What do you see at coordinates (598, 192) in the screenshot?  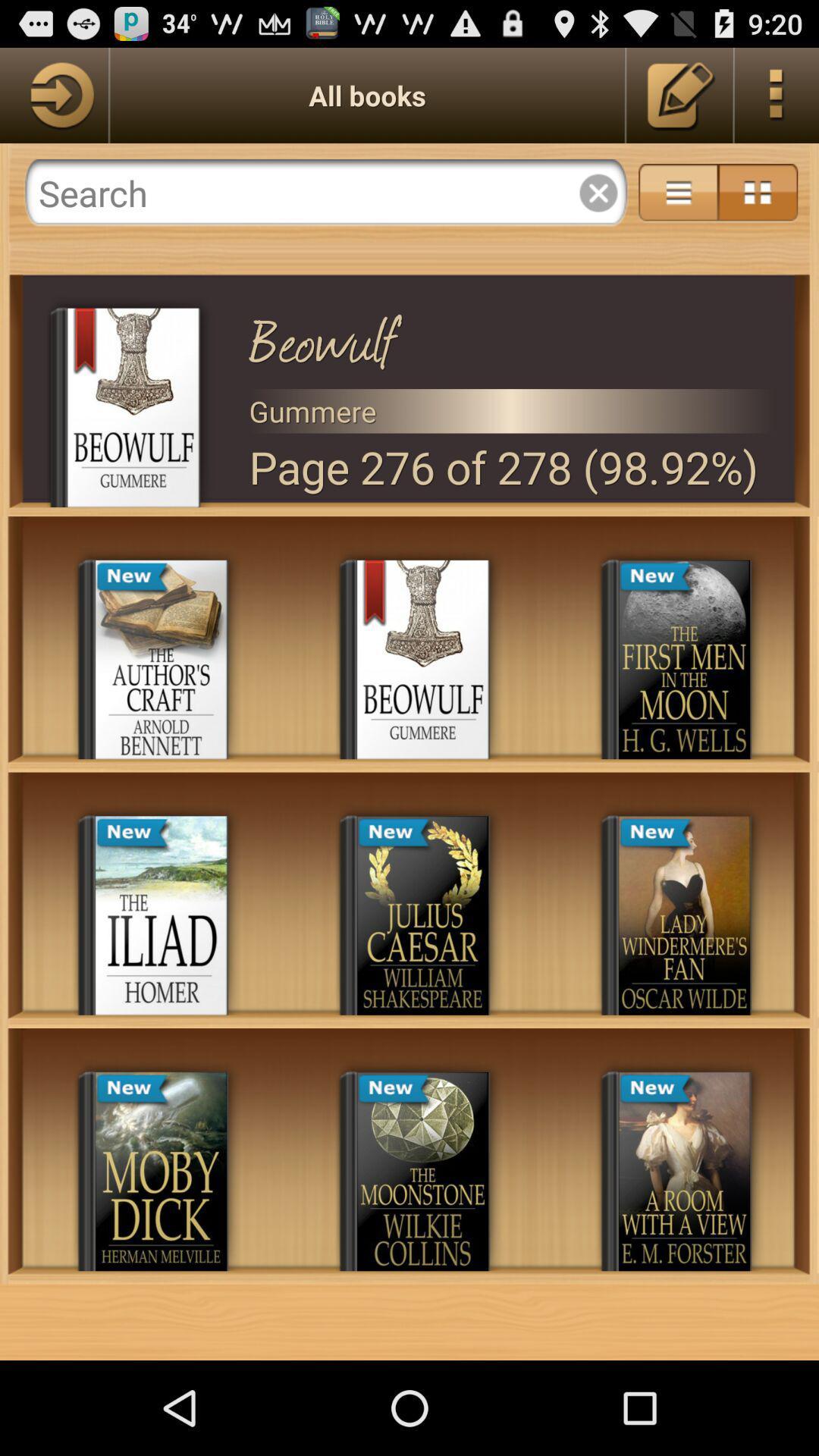 I see `cancel or delete the search` at bounding box center [598, 192].